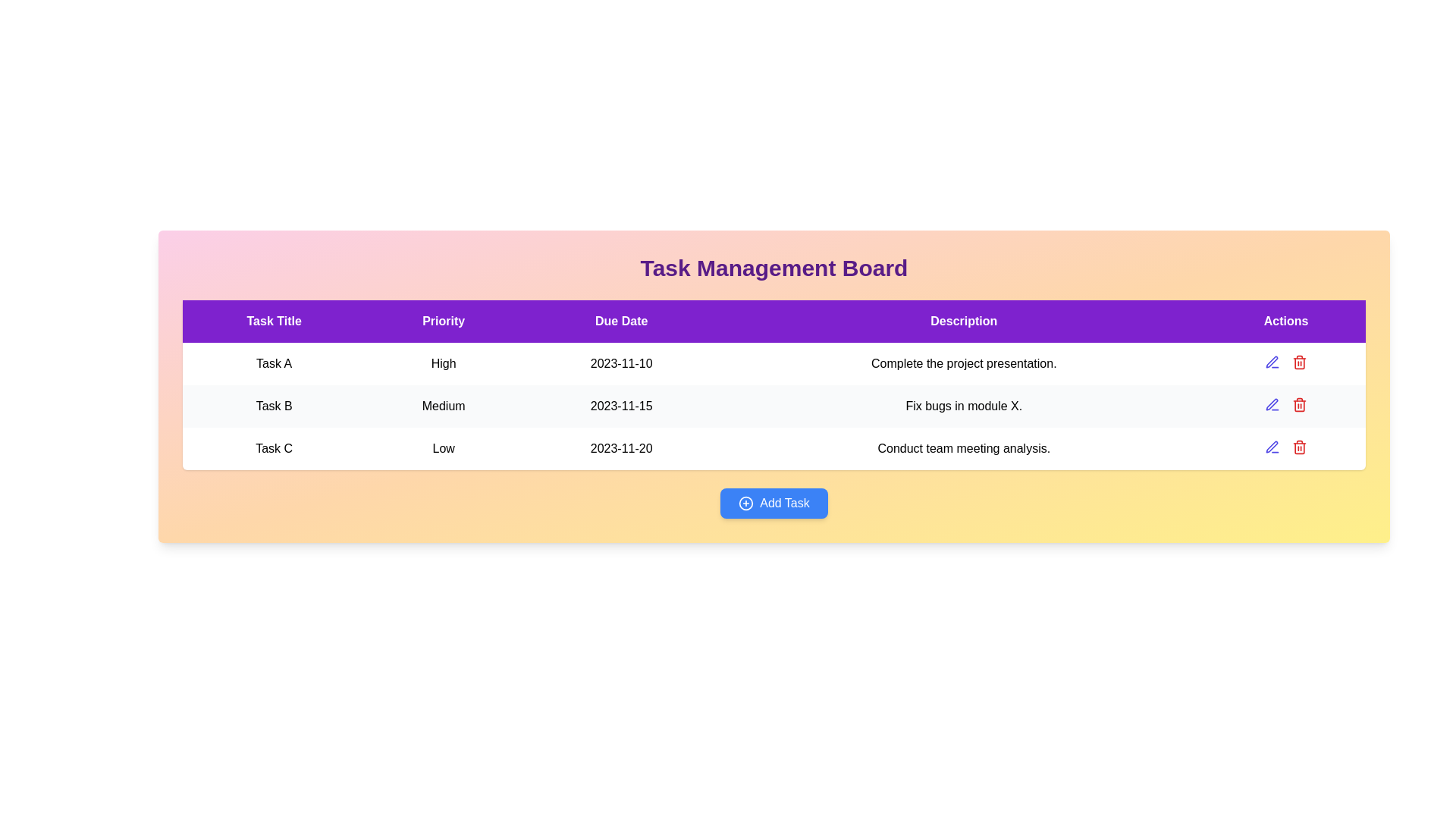 Image resolution: width=1456 pixels, height=819 pixels. What do you see at coordinates (443, 406) in the screenshot?
I see `the non-interactive text label indicating the priority level of 'Task B' in the table located in the second row under the 'Priority' column` at bounding box center [443, 406].